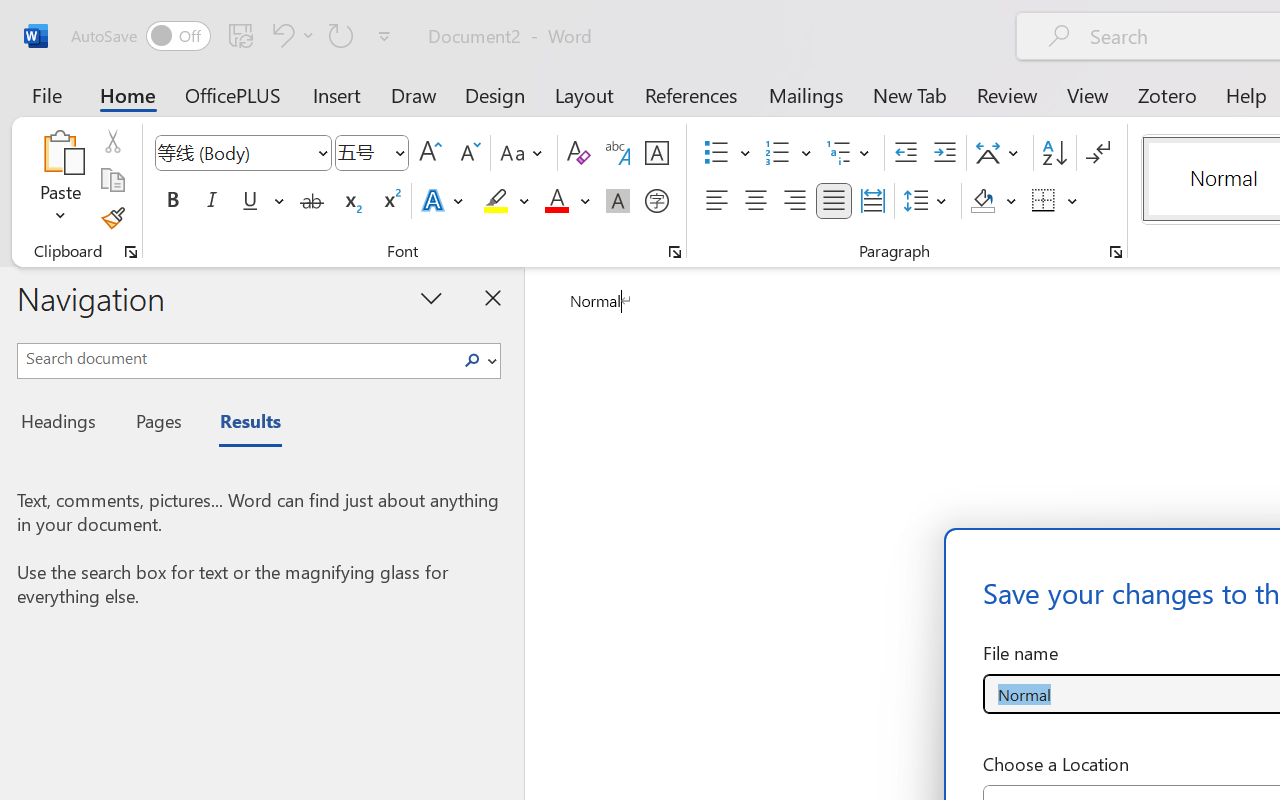 The image size is (1280, 800). What do you see at coordinates (155, 424) in the screenshot?
I see `'Pages'` at bounding box center [155, 424].